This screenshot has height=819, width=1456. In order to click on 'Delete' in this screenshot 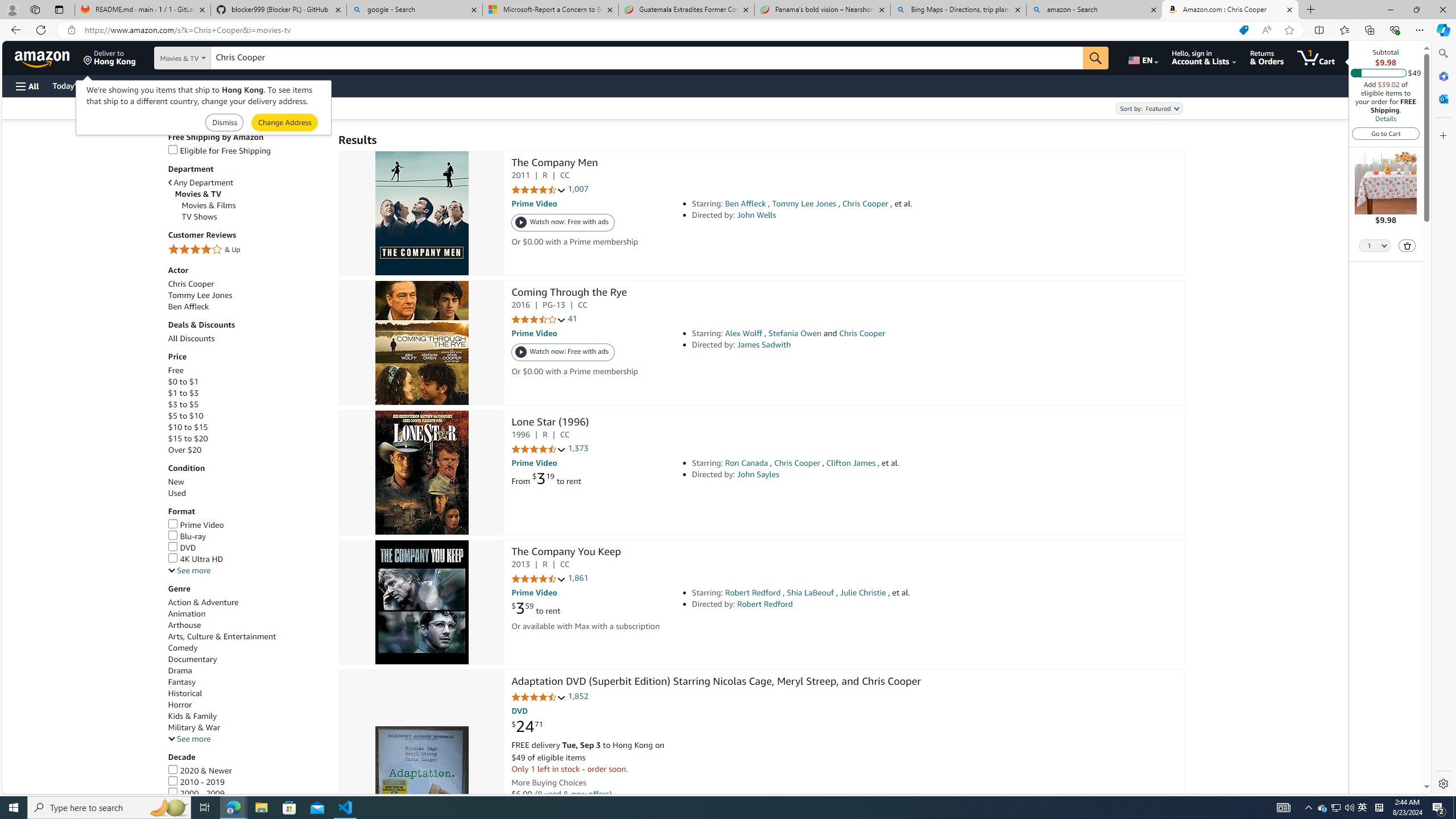, I will do `click(1407, 246)`.